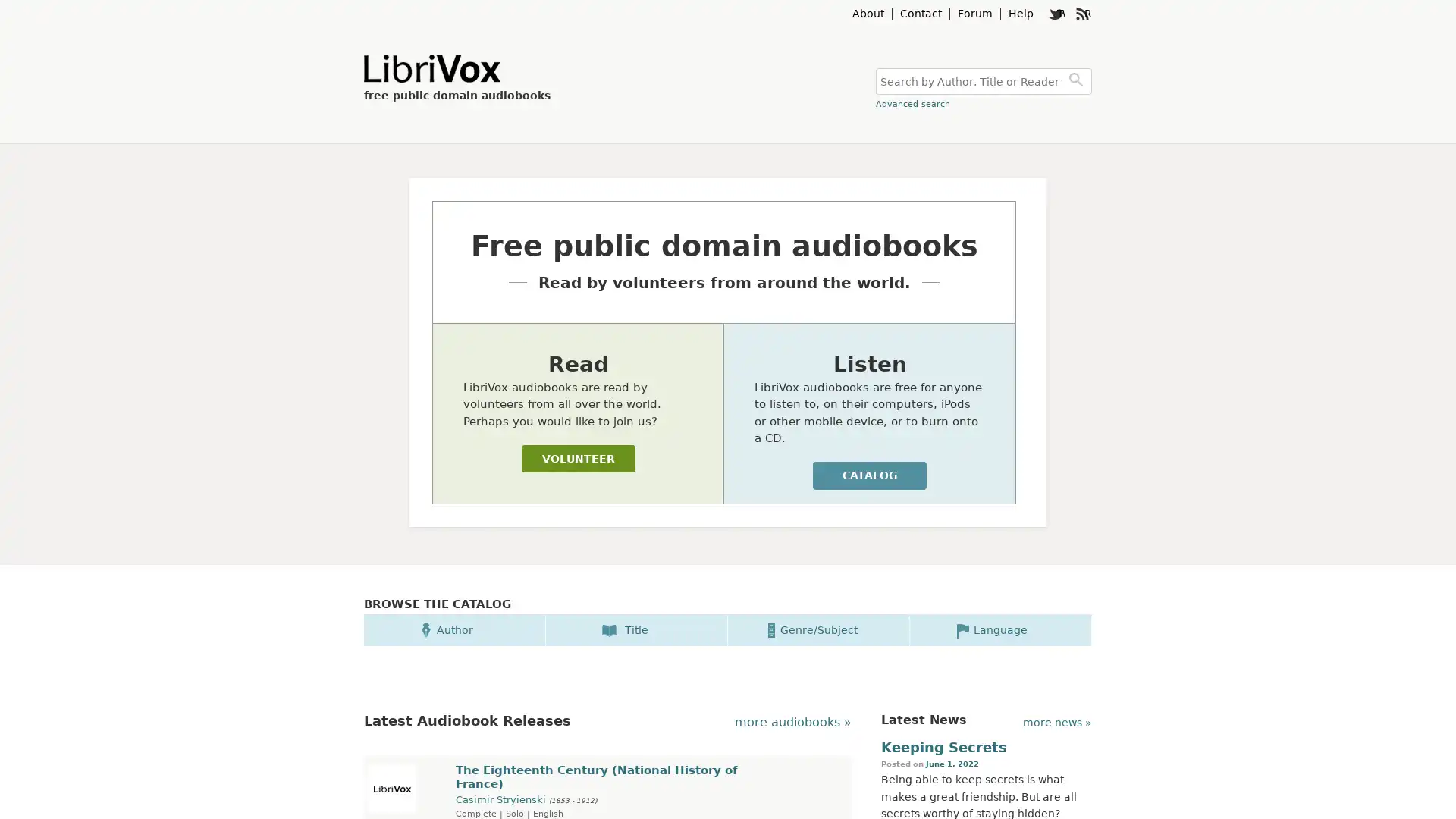 This screenshot has height=819, width=1456. What do you see at coordinates (1078, 81) in the screenshot?
I see `Search` at bounding box center [1078, 81].